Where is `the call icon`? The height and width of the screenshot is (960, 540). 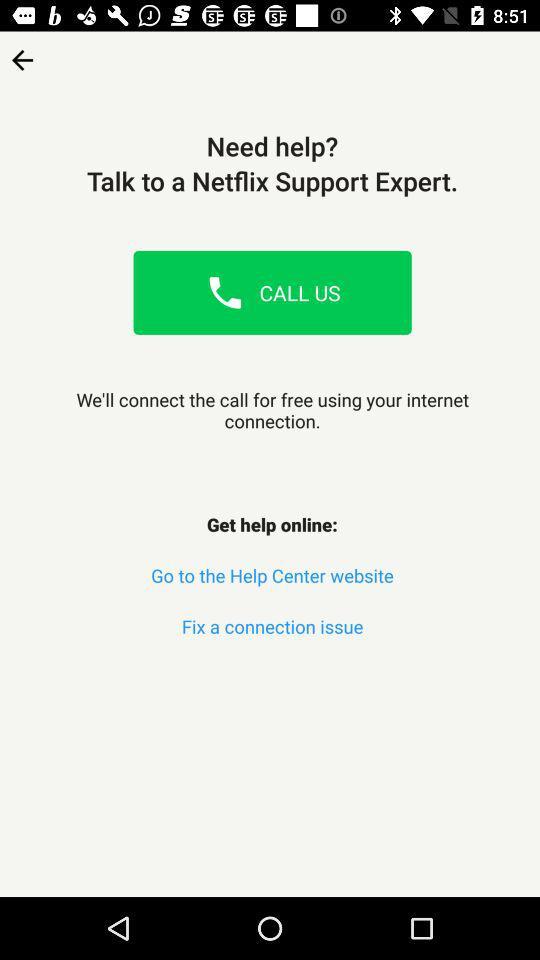 the call icon is located at coordinates (224, 291).